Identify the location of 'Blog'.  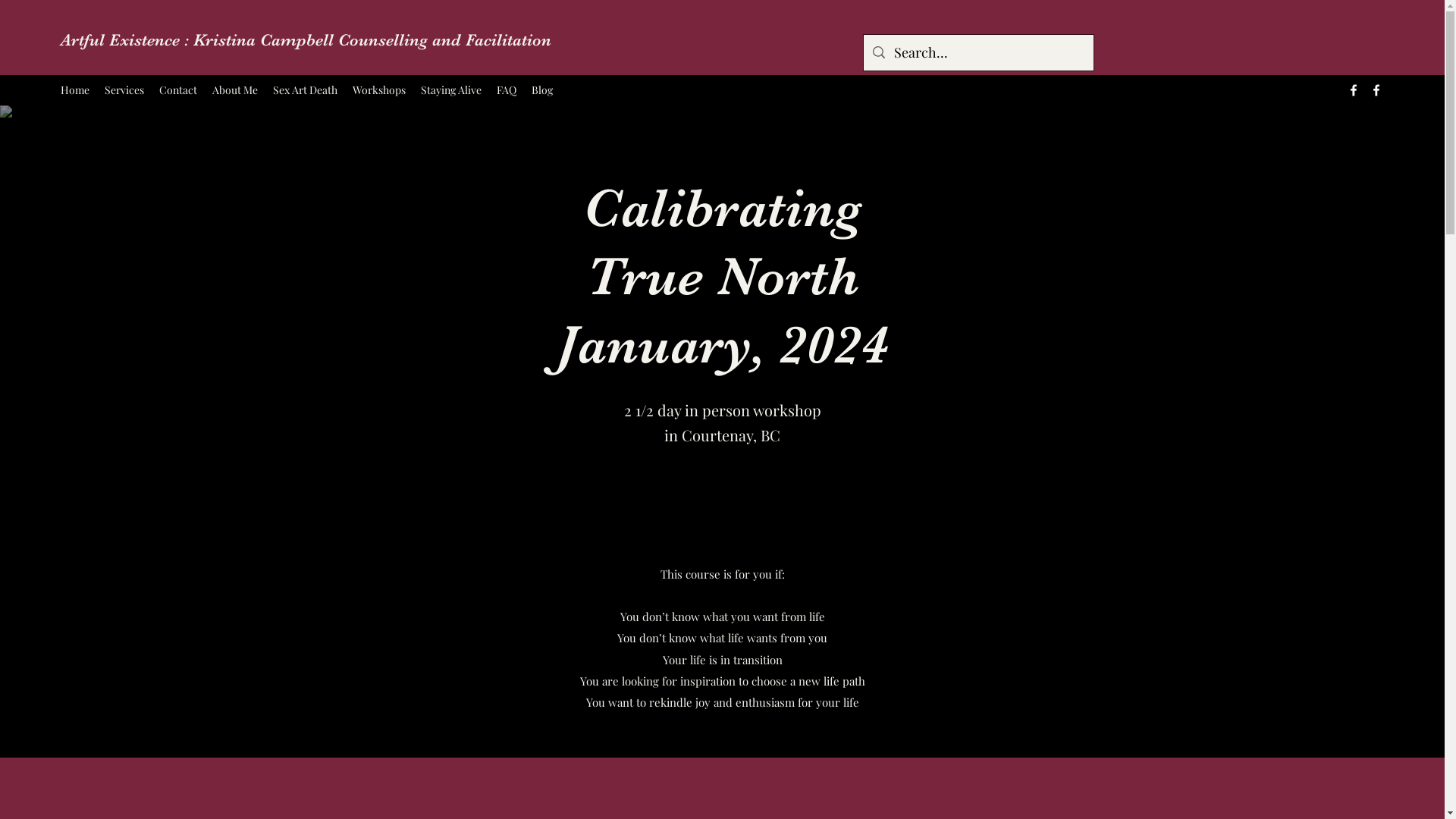
(542, 90).